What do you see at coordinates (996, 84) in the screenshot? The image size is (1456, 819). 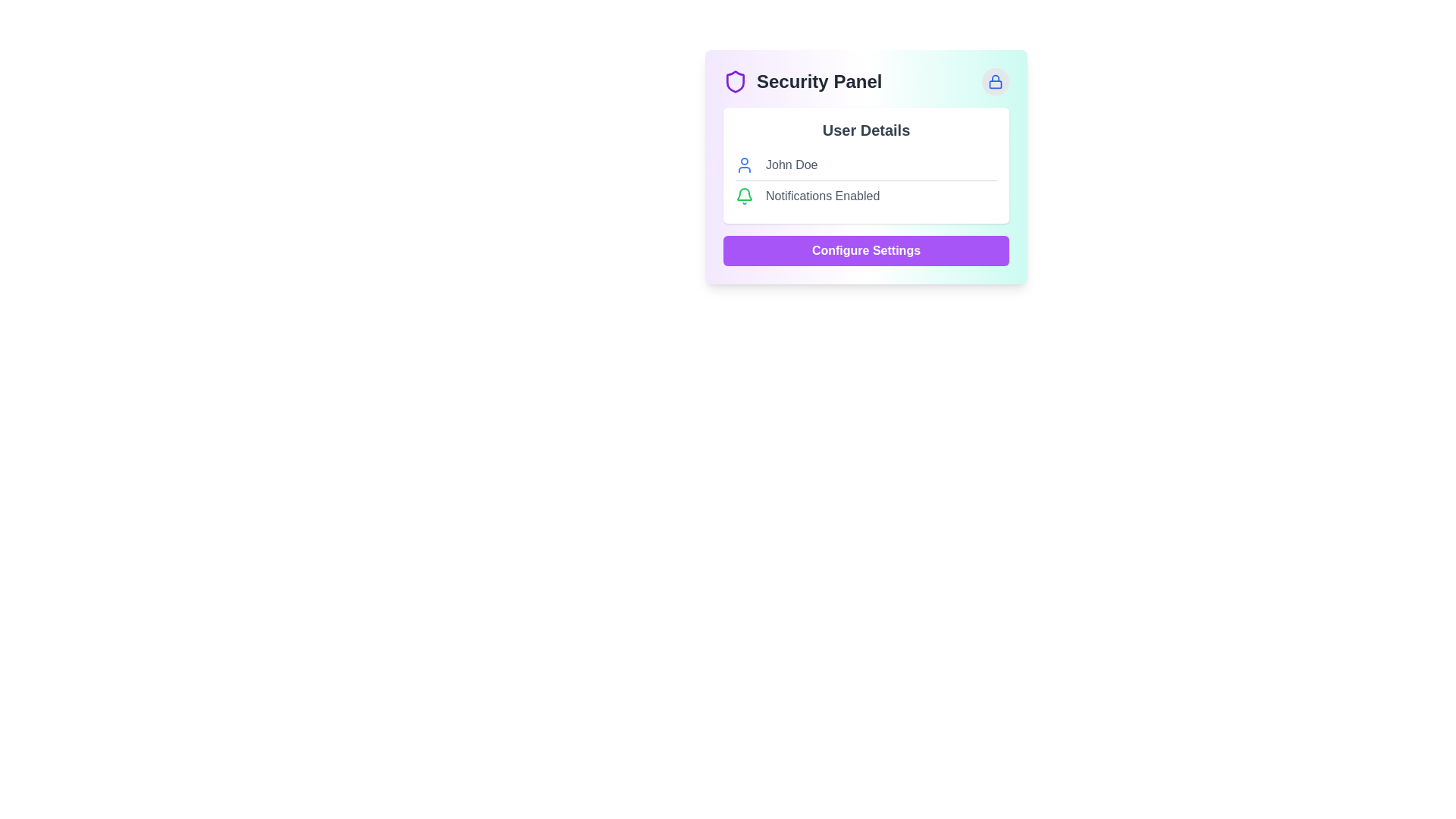 I see `the body of the lock icon located at the upper right corner of the 'Security Panel' card, which symbolizes security or restricted access` at bounding box center [996, 84].